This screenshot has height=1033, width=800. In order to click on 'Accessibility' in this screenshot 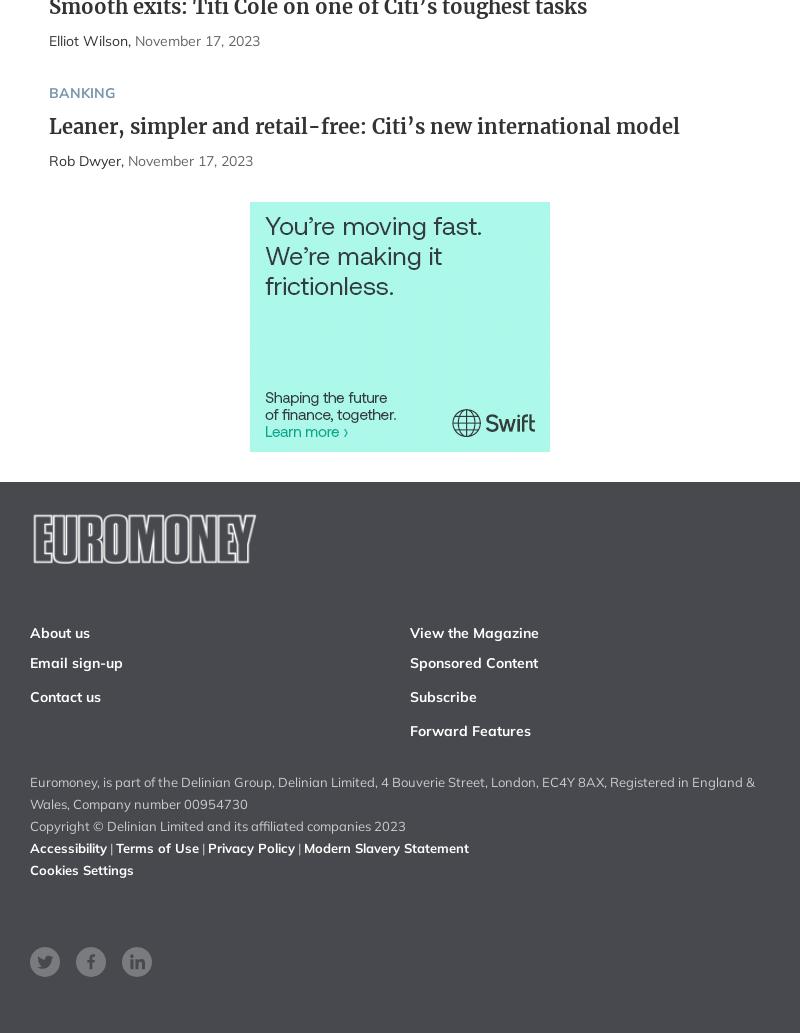, I will do `click(68, 847)`.